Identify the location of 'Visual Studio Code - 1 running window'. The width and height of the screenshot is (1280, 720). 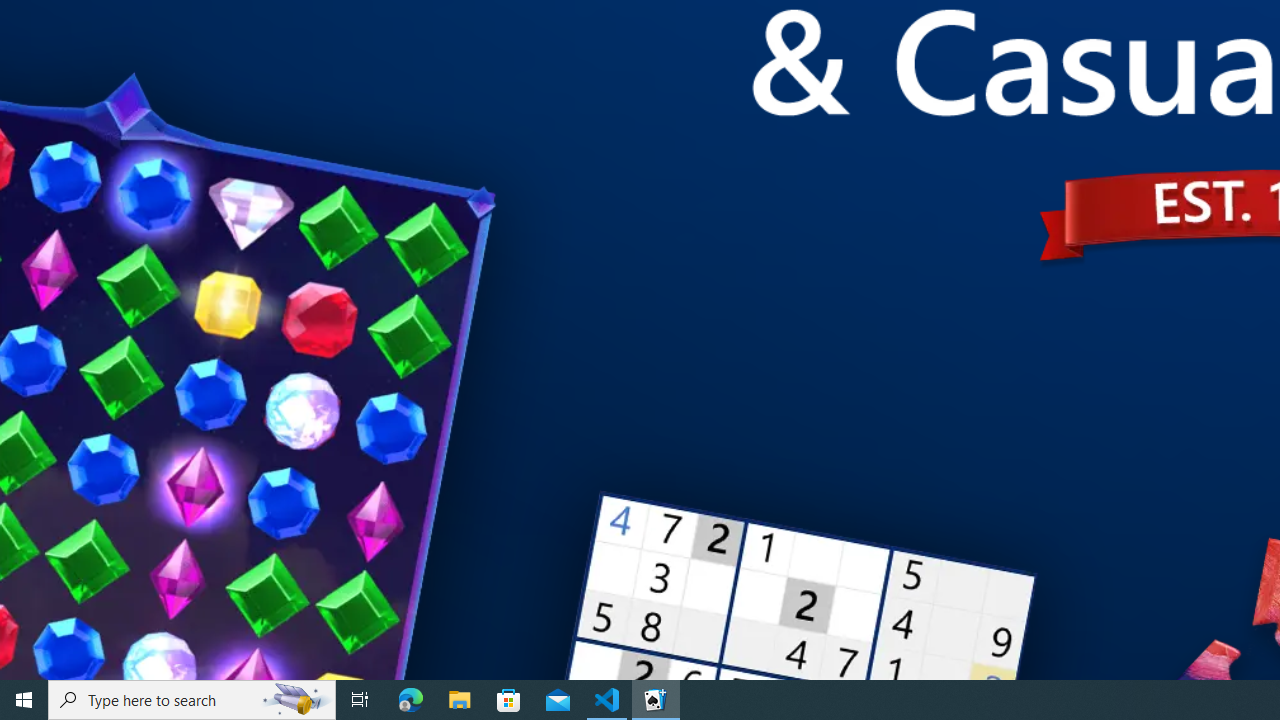
(606, 698).